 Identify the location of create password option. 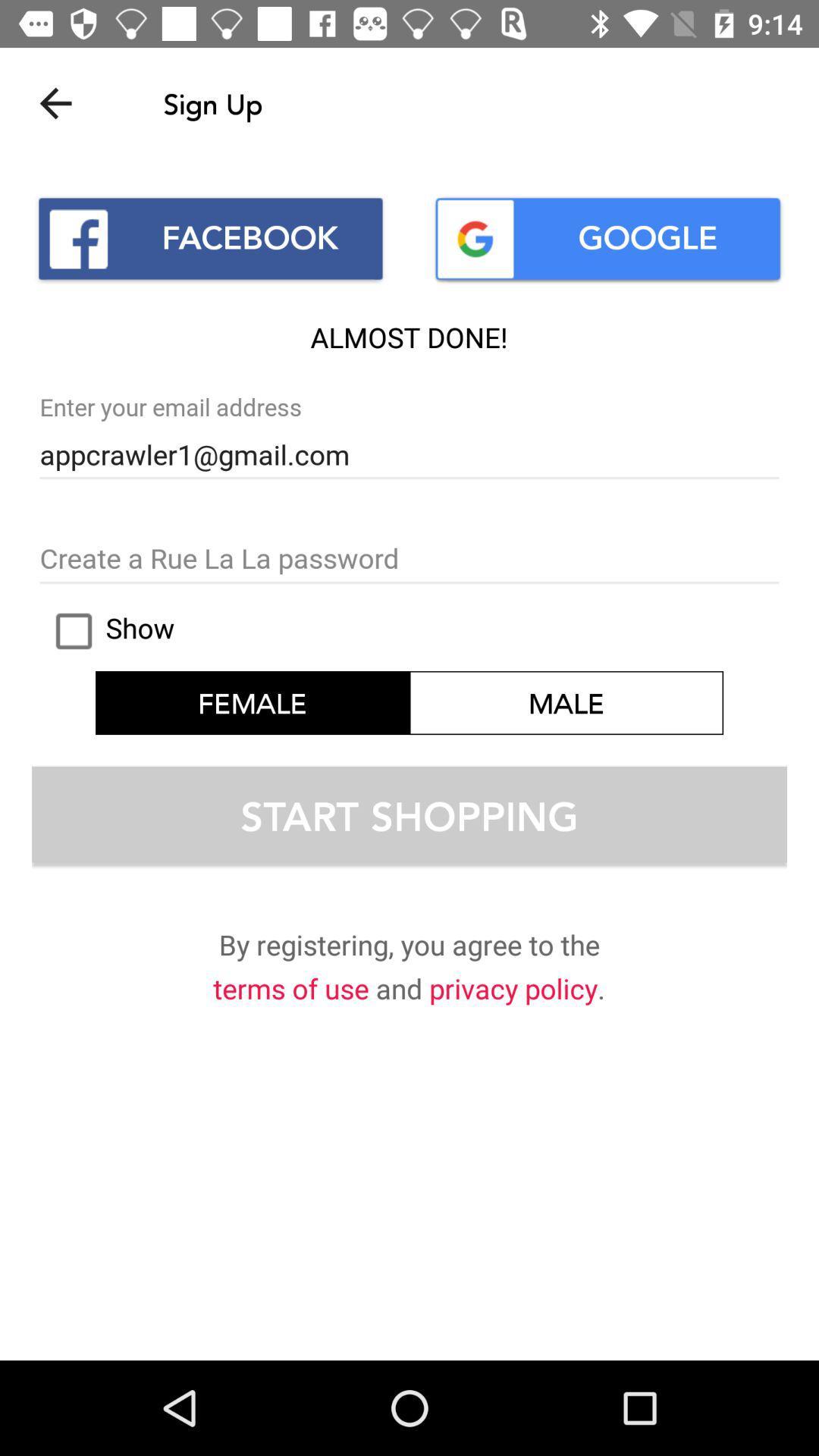
(409, 559).